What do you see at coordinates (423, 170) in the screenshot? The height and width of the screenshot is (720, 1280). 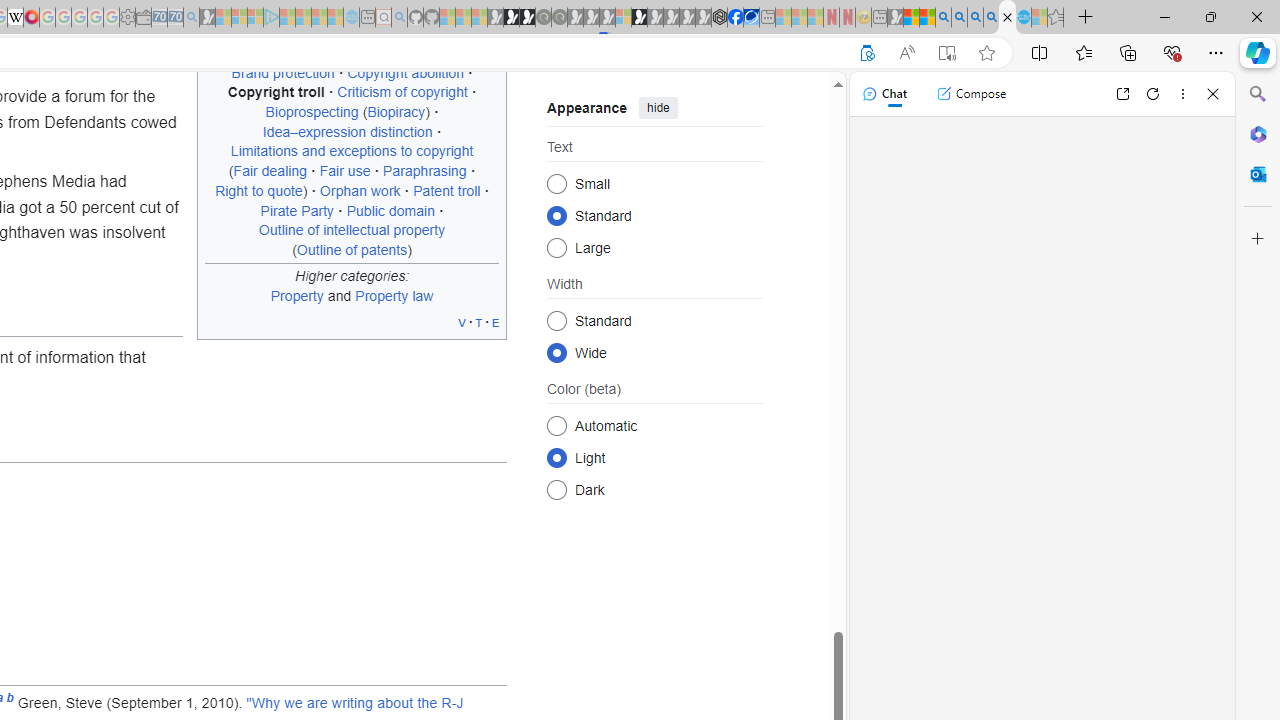 I see `'Paraphrasing'` at bounding box center [423, 170].